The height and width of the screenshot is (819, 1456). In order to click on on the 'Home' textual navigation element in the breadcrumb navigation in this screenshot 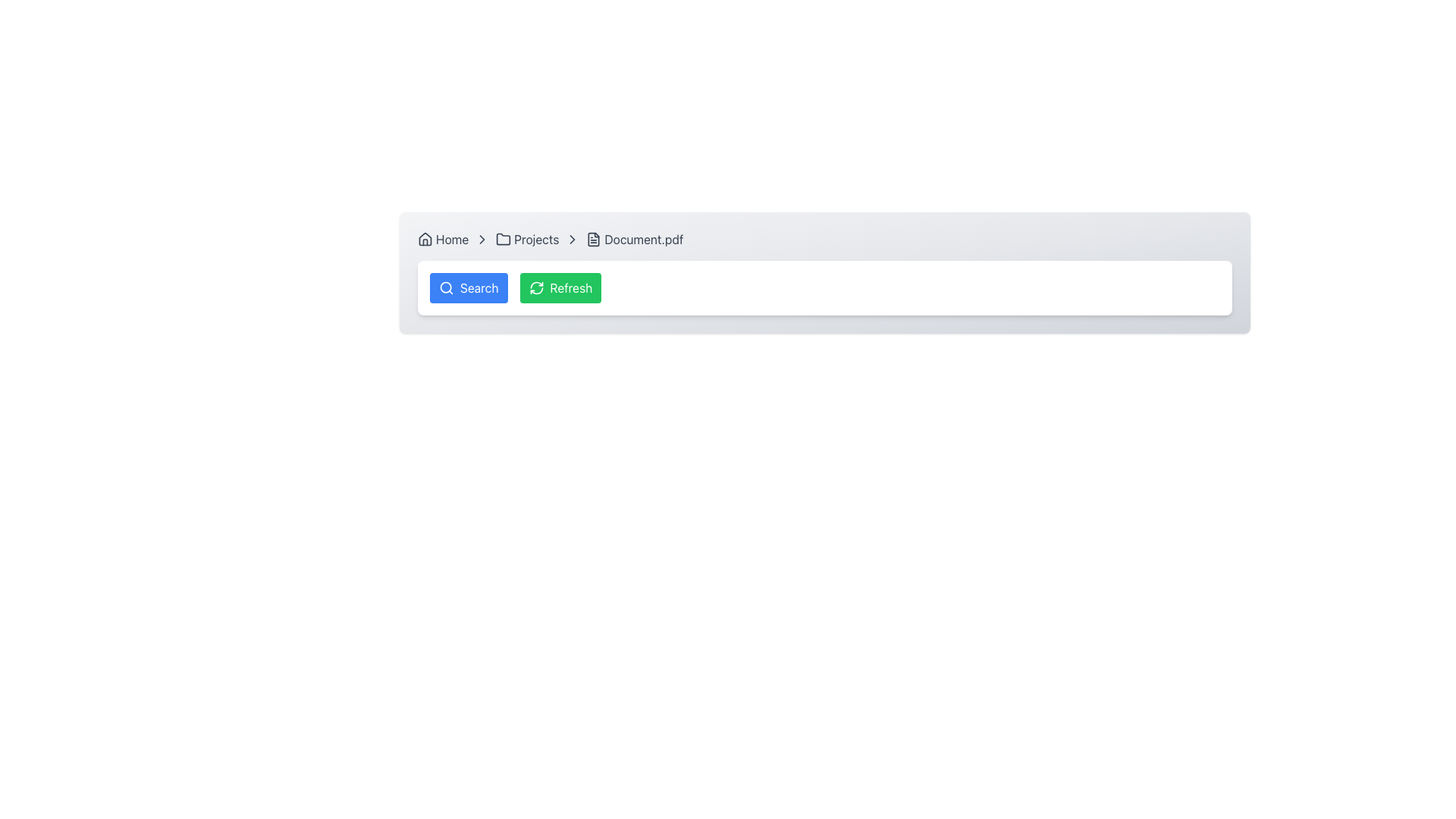, I will do `click(451, 239)`.